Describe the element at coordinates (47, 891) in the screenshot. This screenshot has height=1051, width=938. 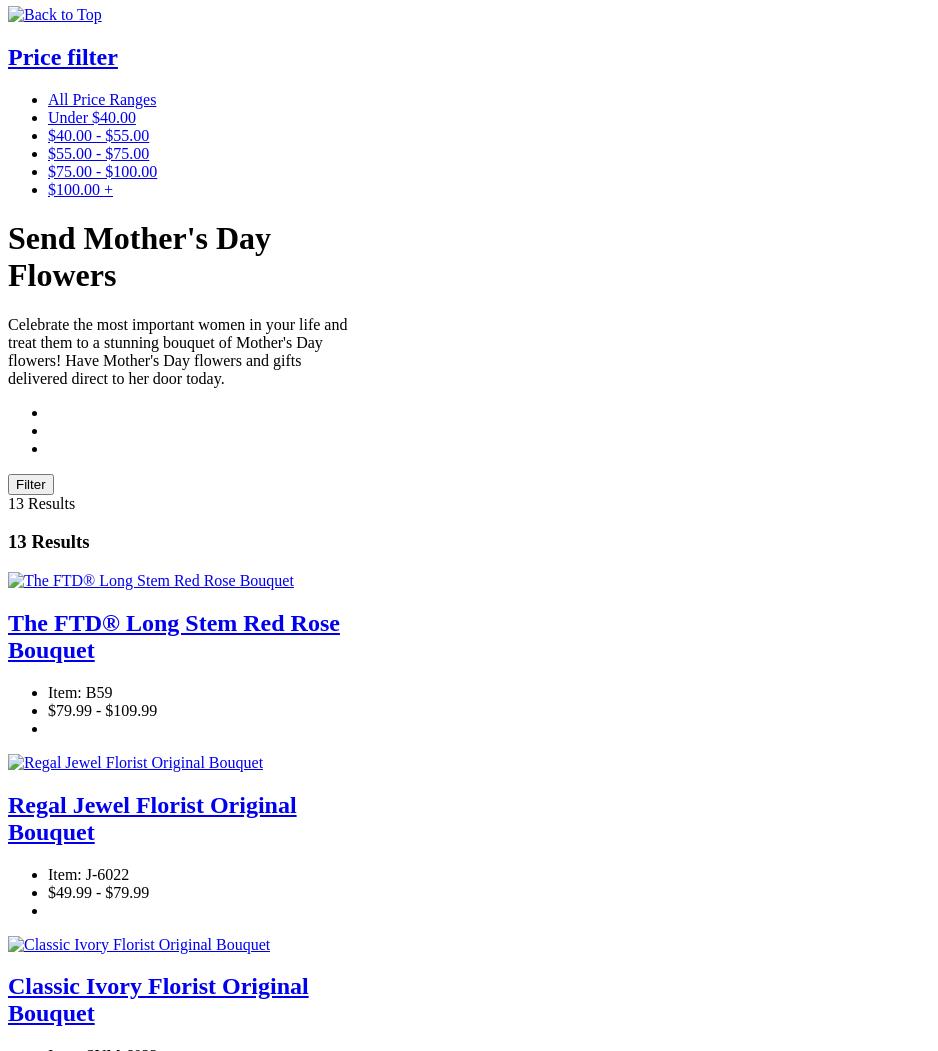
I see `'$49.99	- $79.99'` at that location.